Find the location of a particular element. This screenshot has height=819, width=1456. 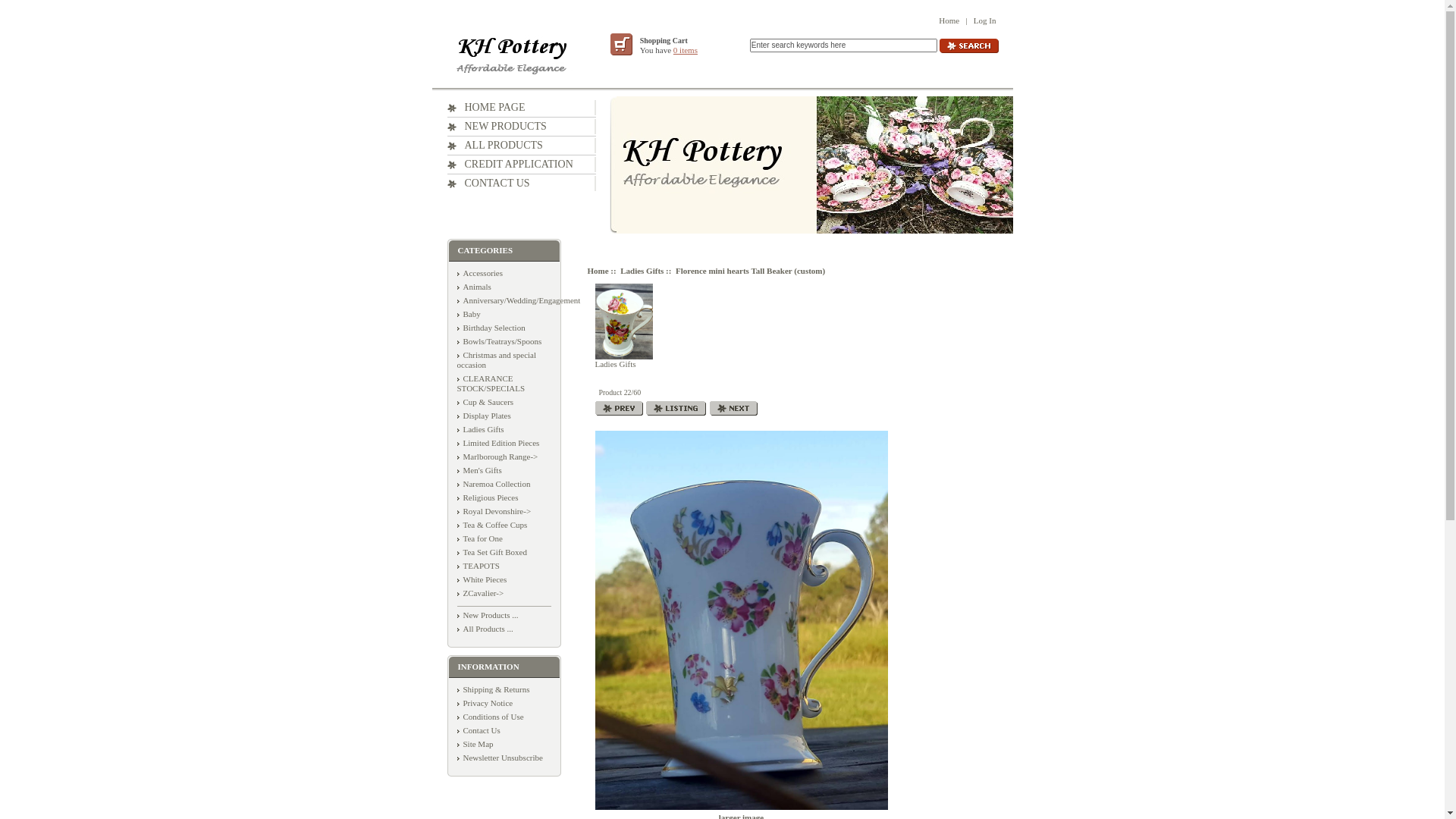

'Naremoa Collection' is located at coordinates (493, 483).